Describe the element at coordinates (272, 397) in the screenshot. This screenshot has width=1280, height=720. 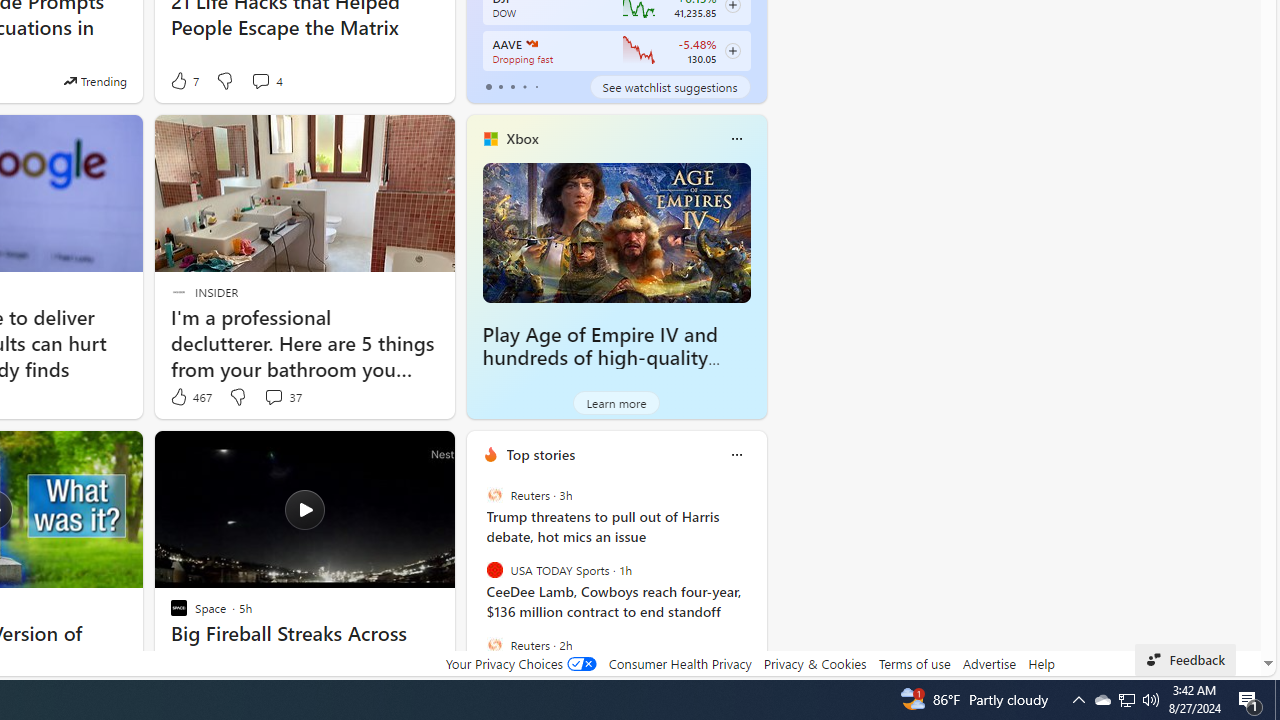
I see `'View comments 37 Comment'` at that location.